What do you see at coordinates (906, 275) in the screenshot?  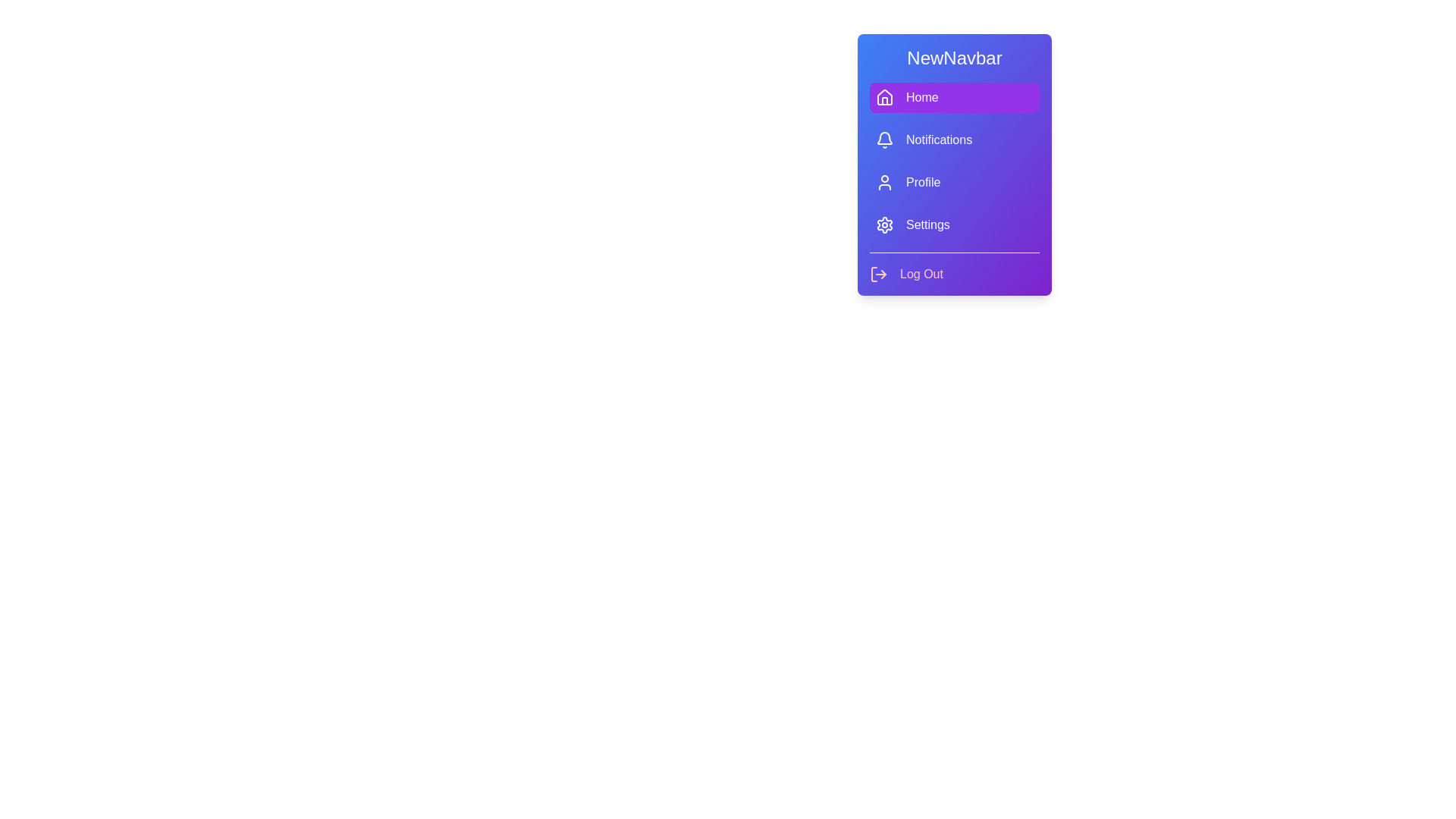 I see `the log out button located at the bottom of the menu to change its color` at bounding box center [906, 275].